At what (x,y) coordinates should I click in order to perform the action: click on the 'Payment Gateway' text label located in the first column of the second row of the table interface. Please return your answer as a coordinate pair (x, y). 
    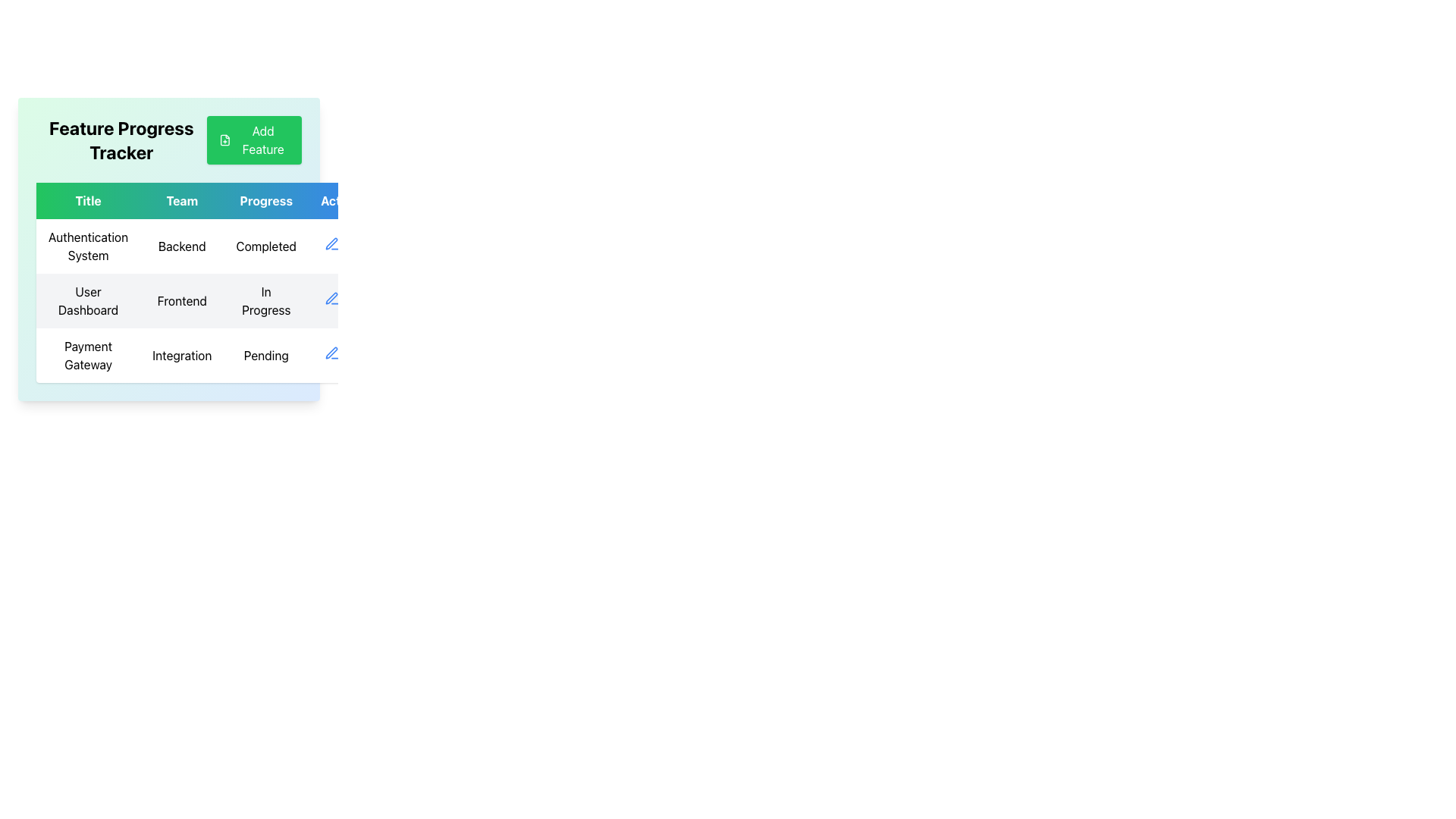
    Looking at the image, I should click on (87, 356).